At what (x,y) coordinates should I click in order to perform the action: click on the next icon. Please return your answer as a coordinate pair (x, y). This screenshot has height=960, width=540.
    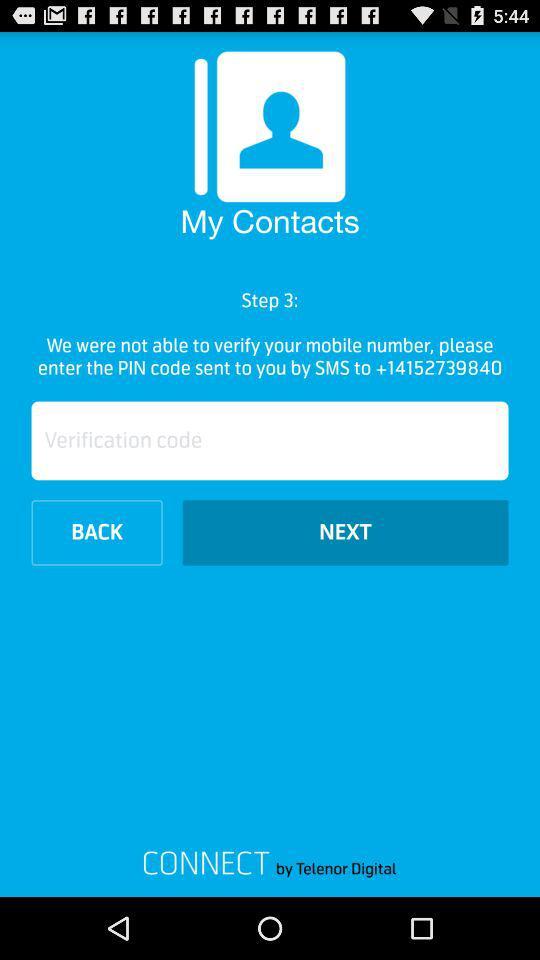
    Looking at the image, I should click on (344, 531).